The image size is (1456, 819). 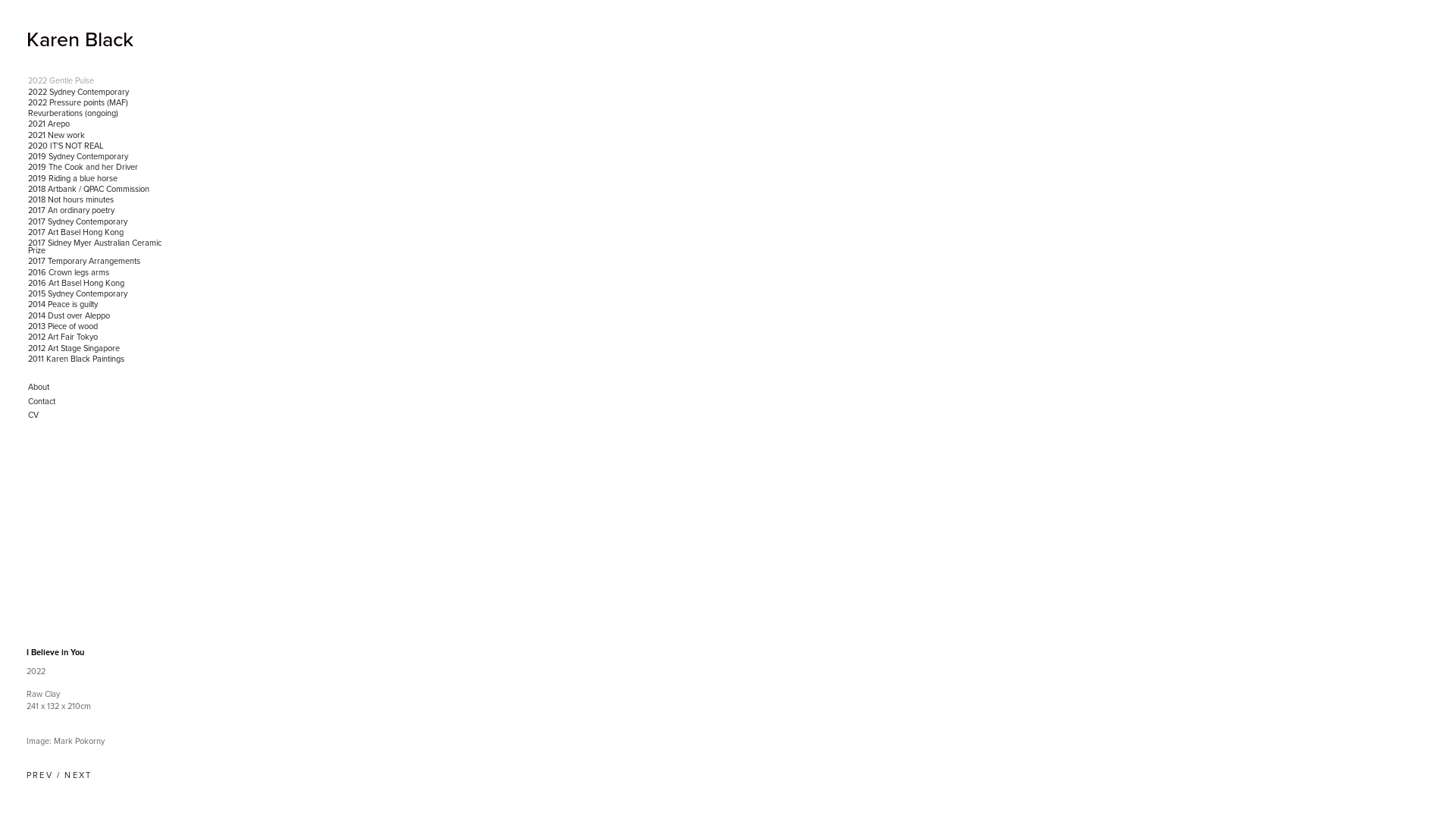 What do you see at coordinates (97, 284) in the screenshot?
I see `'2016 Art Basel Hong Kong'` at bounding box center [97, 284].